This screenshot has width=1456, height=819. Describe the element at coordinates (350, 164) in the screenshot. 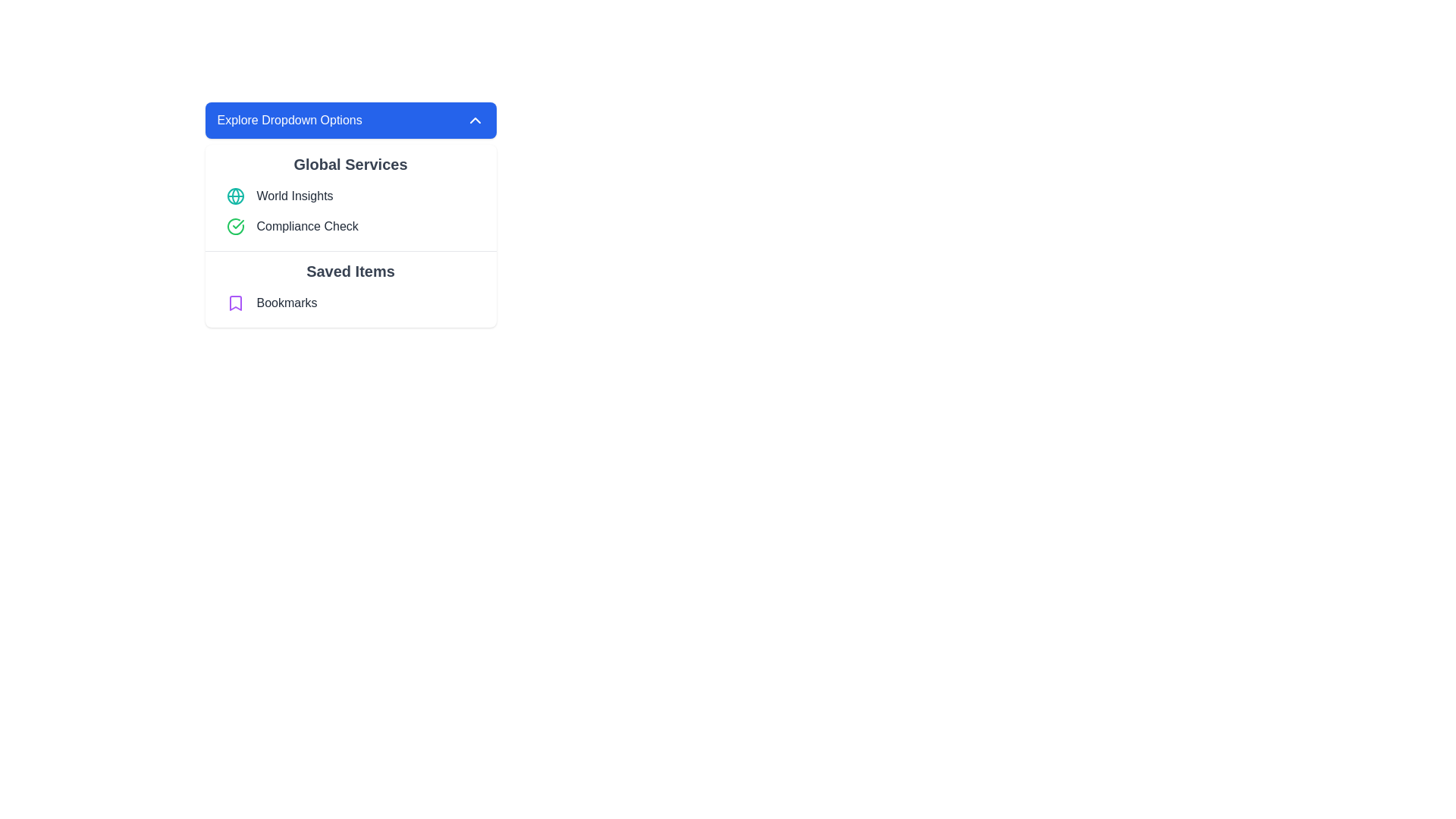

I see `the text label within the 'Explore Dropdown Options' dropdown, which is the first piece of text content above 'World Insights' and 'Compliance Check'` at that location.